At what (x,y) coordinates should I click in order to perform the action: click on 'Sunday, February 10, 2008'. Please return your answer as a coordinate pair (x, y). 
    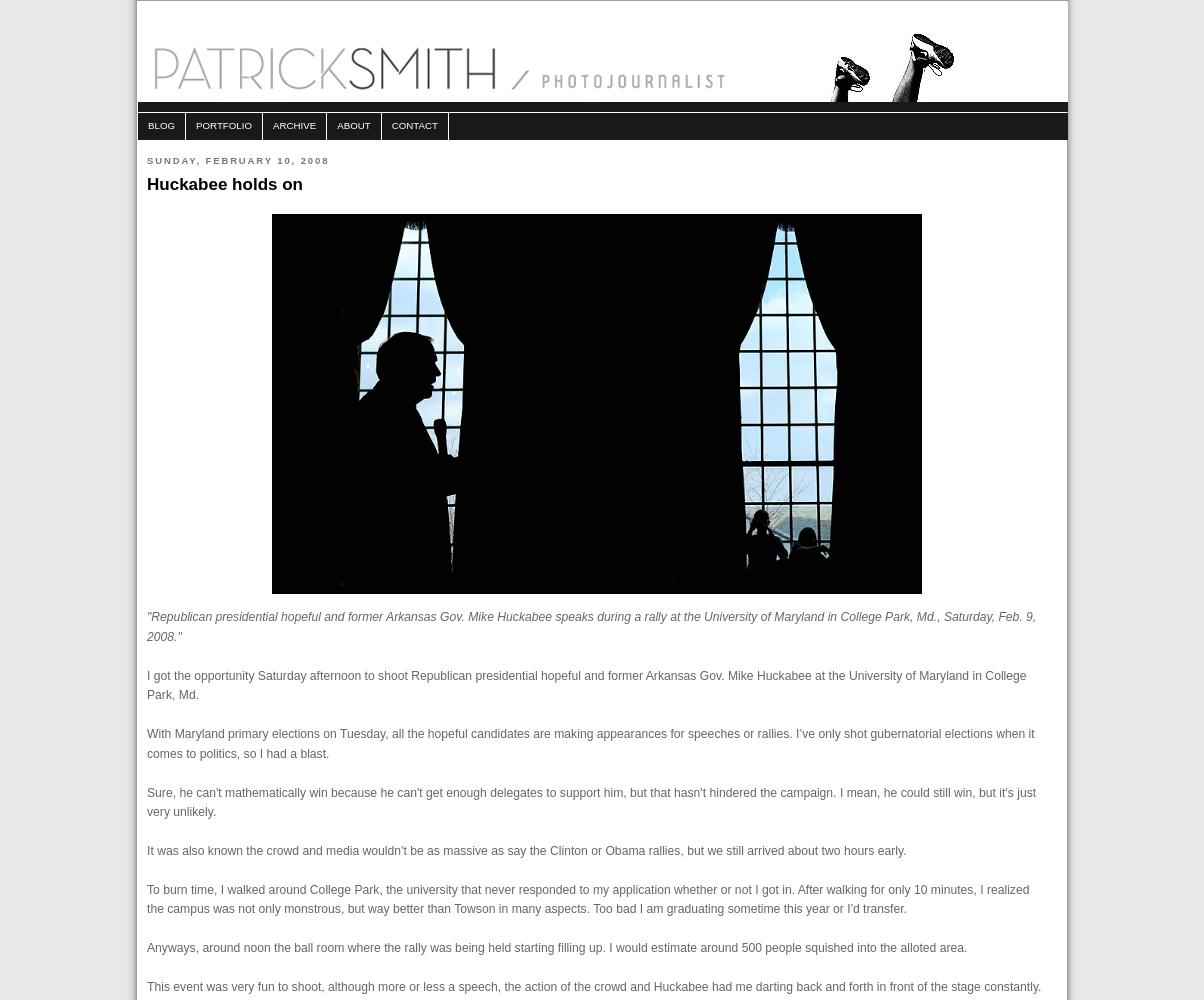
    Looking at the image, I should click on (238, 159).